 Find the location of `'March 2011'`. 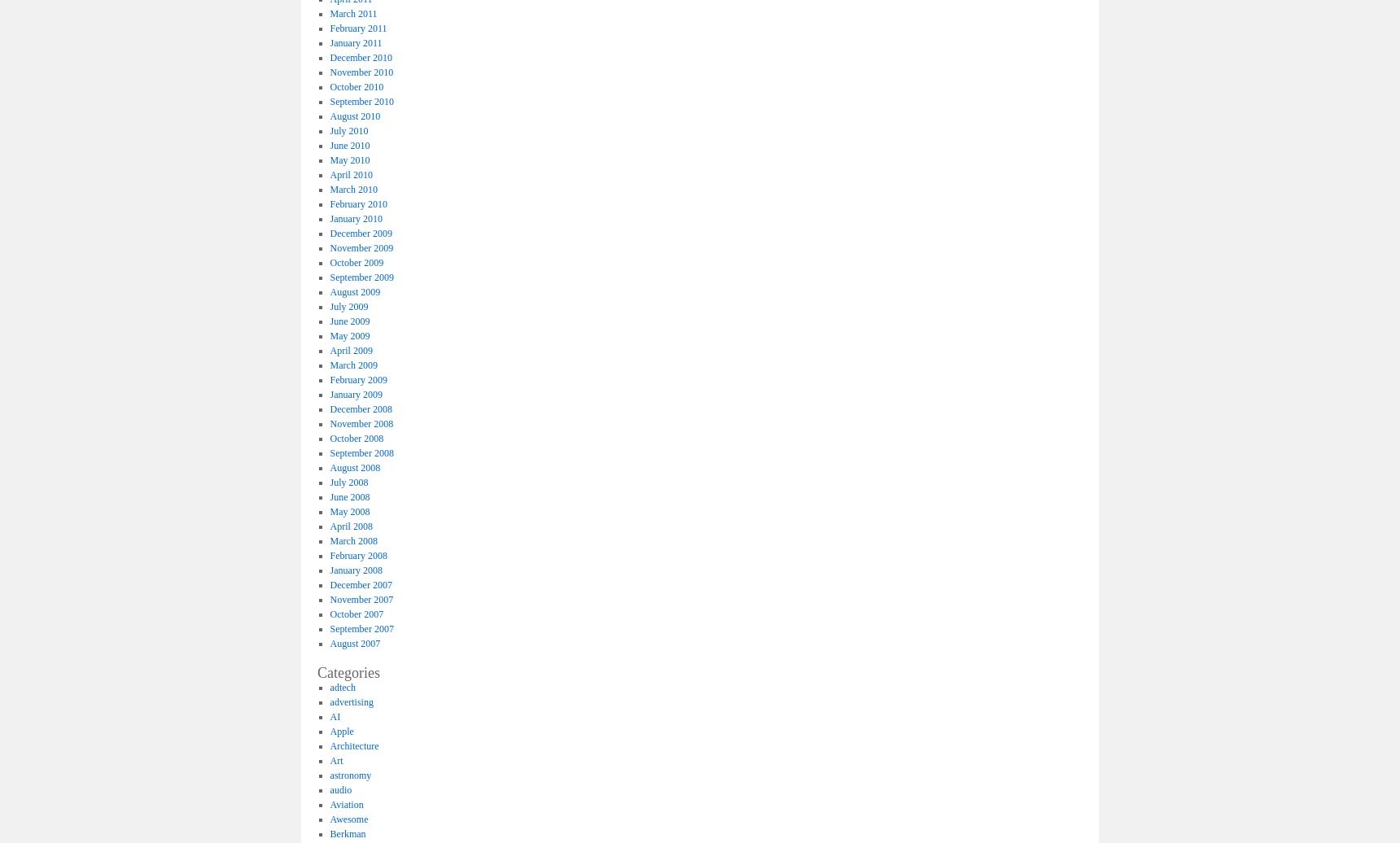

'March 2011' is located at coordinates (352, 12).